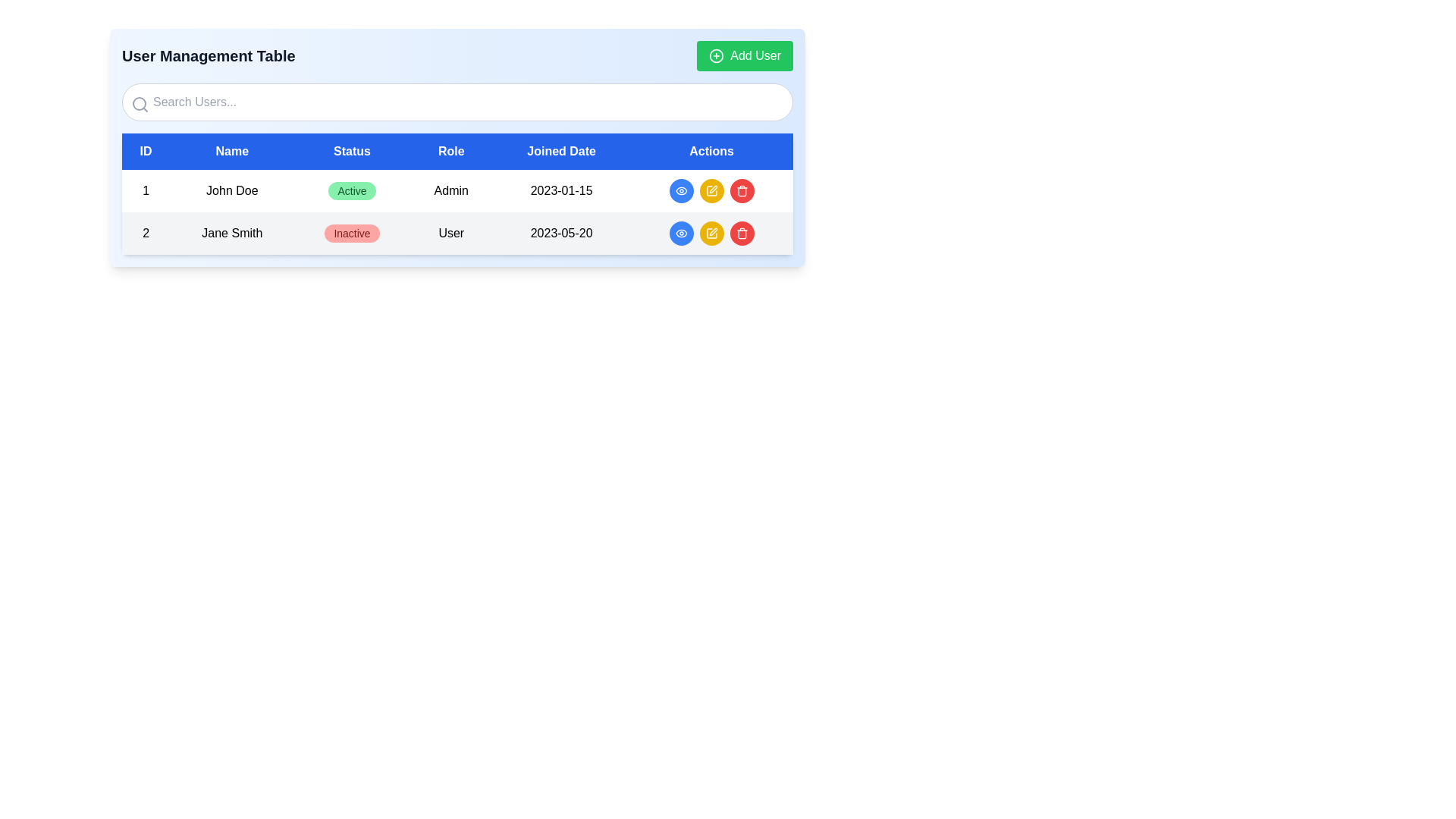 This screenshot has height=819, width=1456. Describe the element at coordinates (146, 152) in the screenshot. I see `the table header cell labeled 'ID', which is the first column header of a table with various labels, including 'Name', 'Status', 'Role', 'Joined Date', and 'Actions'` at that location.